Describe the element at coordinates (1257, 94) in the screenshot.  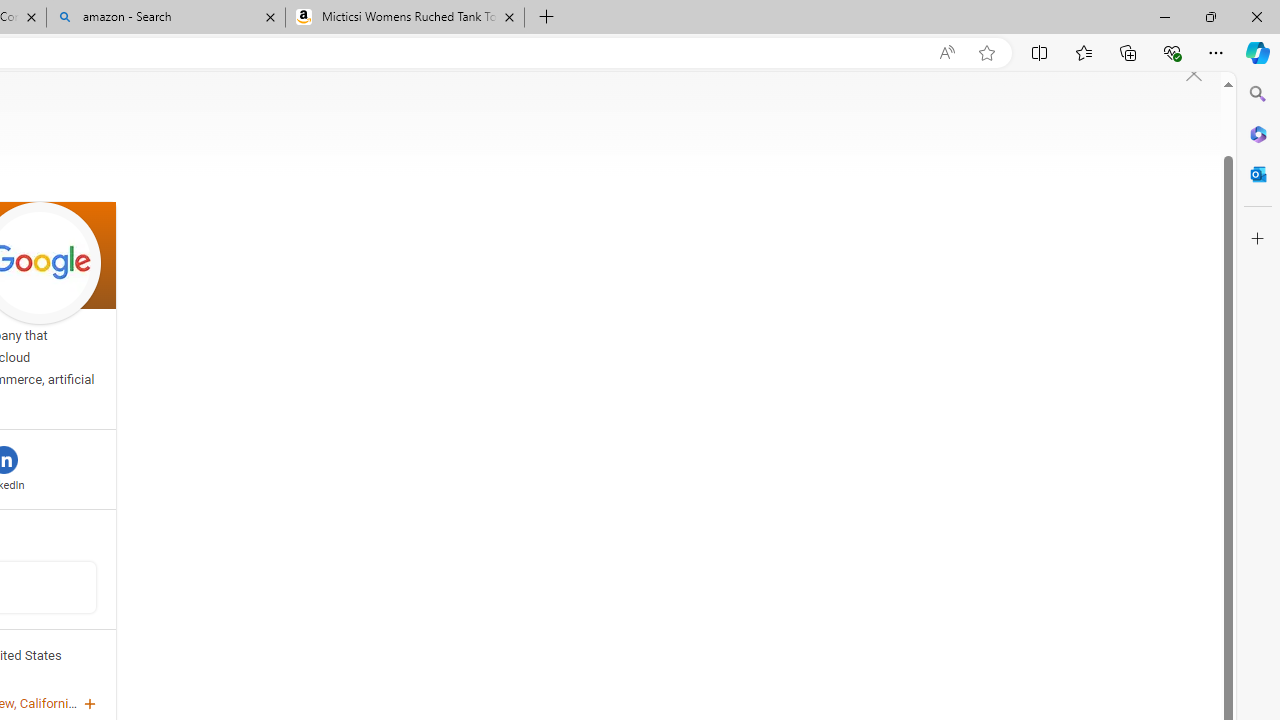
I see `'Search'` at that location.